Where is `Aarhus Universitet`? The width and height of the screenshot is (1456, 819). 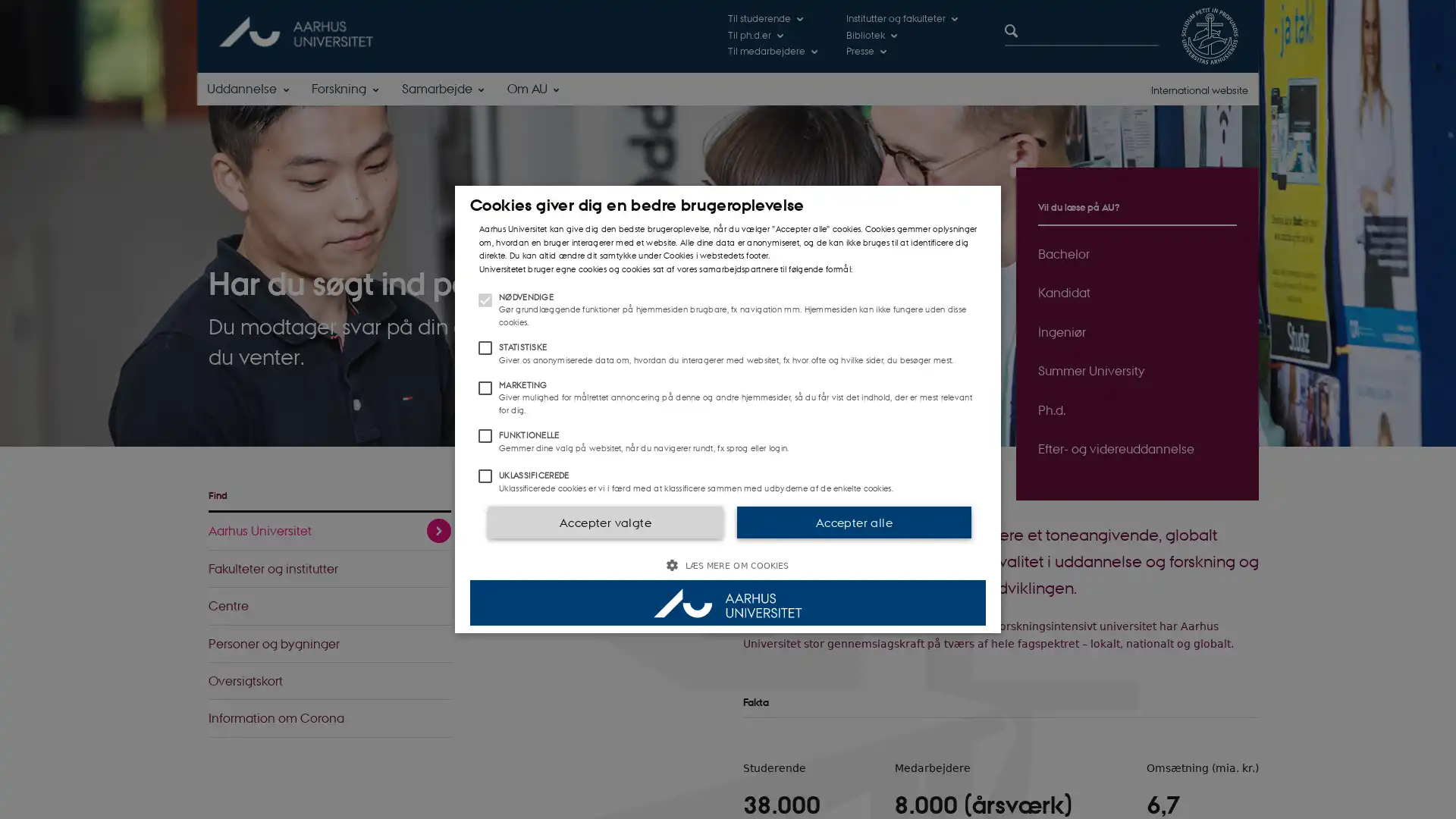 Aarhus Universitet is located at coordinates (329, 529).